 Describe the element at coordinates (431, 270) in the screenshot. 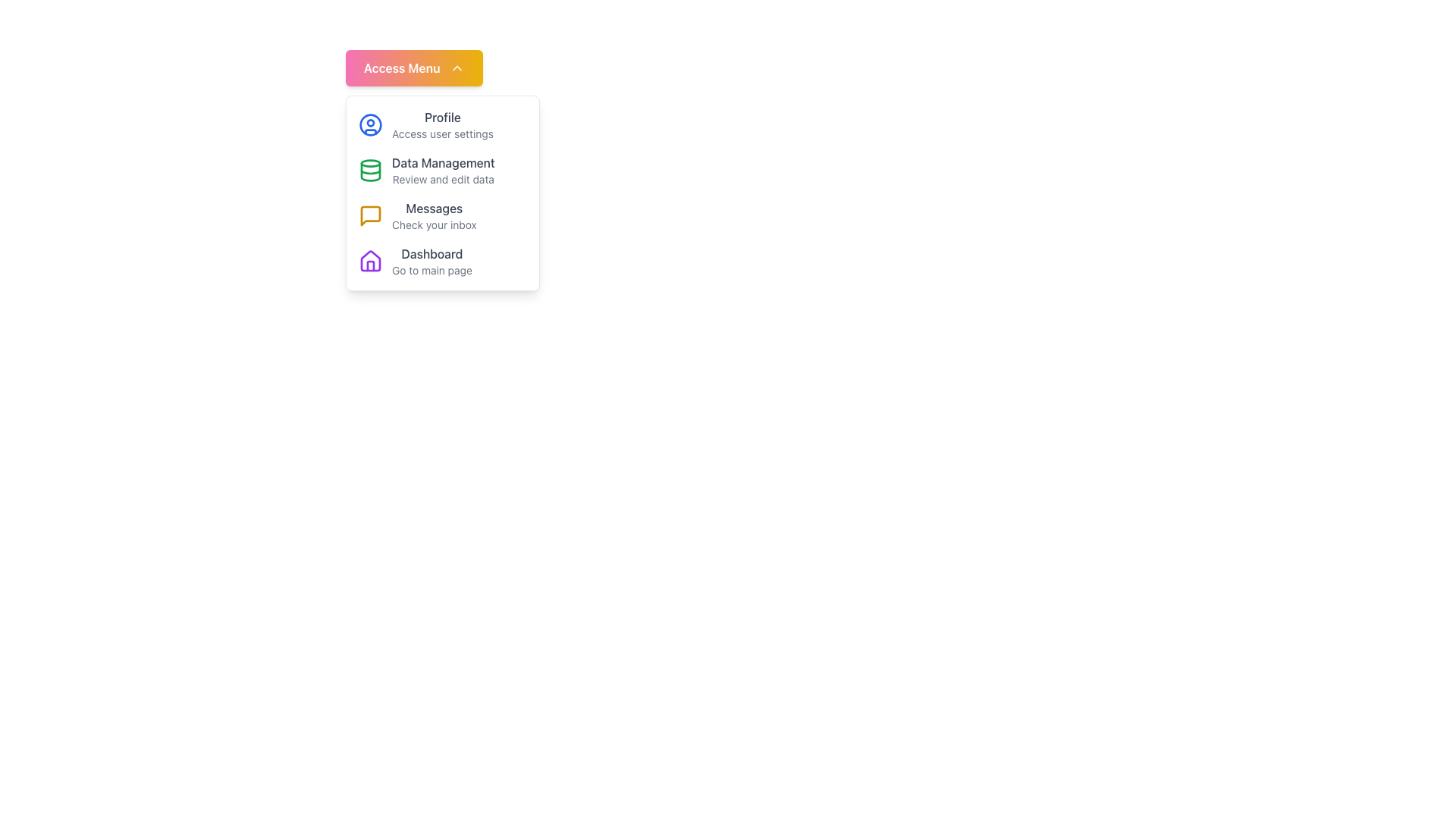

I see `the descriptive text 'Go to main page' located in the dropdown menu below the 'Dashboard' entry in the 'Access Menu' button` at that location.